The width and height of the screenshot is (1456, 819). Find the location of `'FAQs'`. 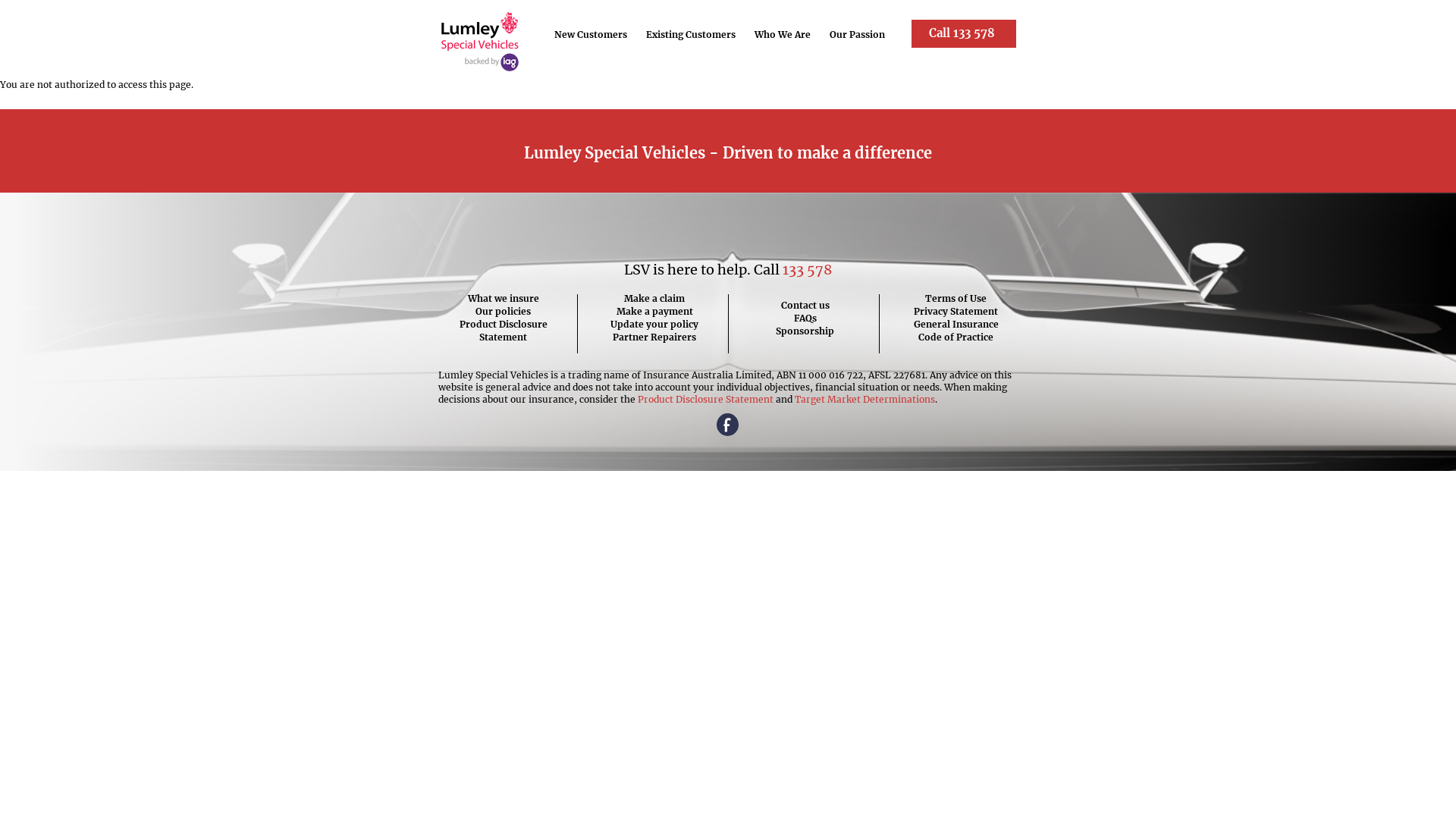

'FAQs' is located at coordinates (804, 317).